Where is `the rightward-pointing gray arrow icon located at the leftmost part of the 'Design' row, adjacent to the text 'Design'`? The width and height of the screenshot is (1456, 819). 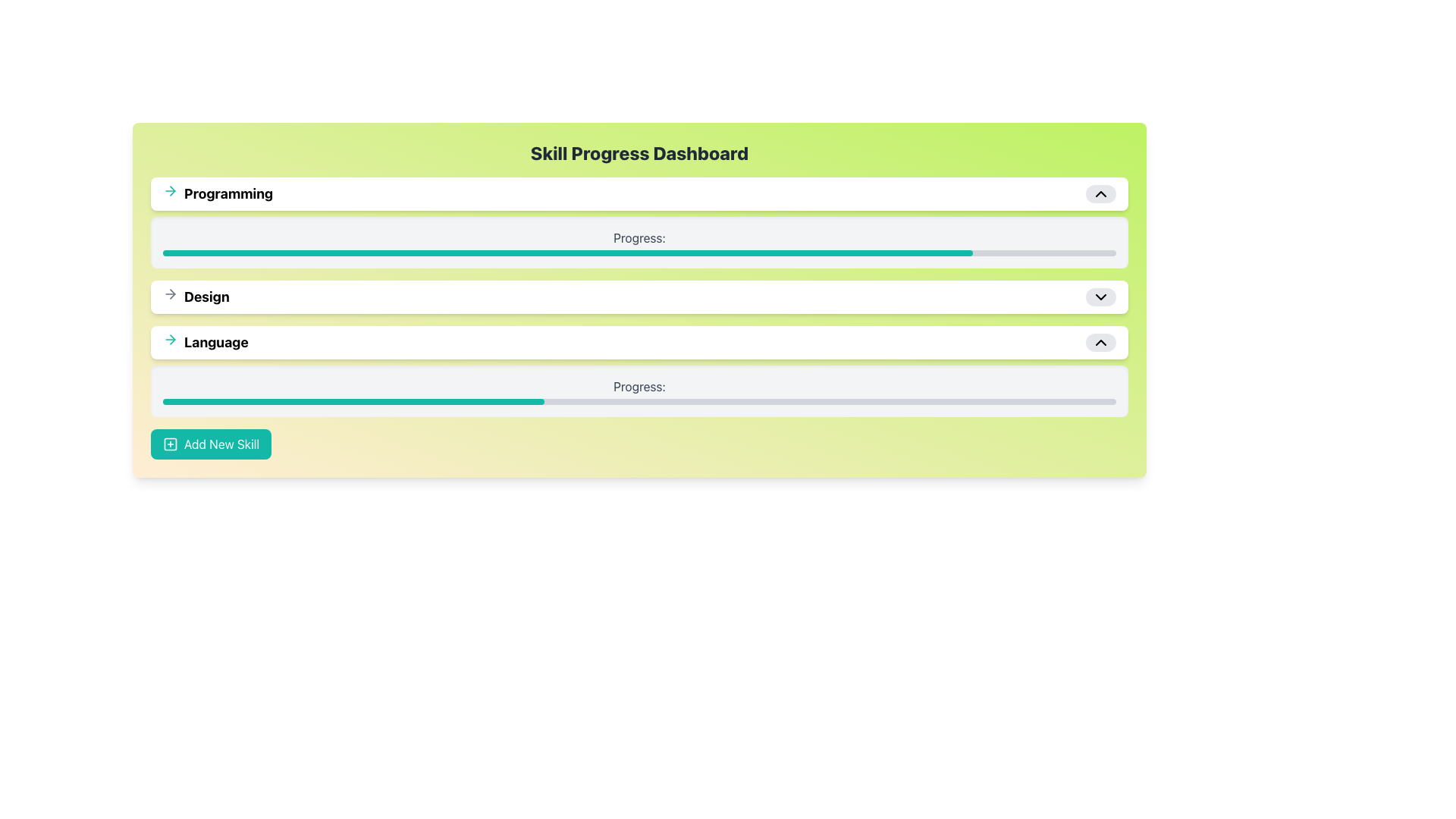
the rightward-pointing gray arrow icon located at the leftmost part of the 'Design' row, adjacent to the text 'Design' is located at coordinates (171, 294).